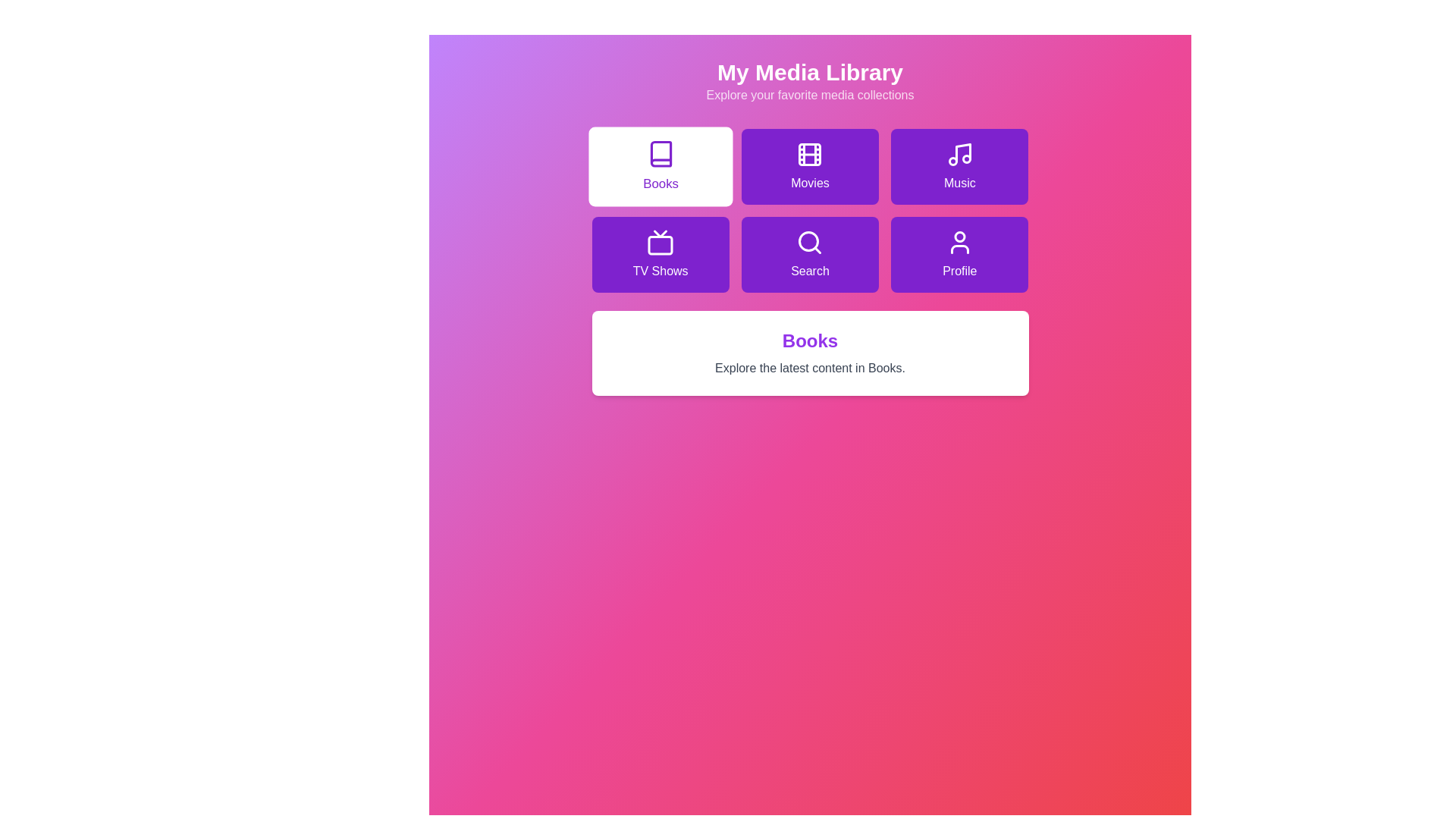 This screenshot has height=819, width=1456. I want to click on the search button located in the bottom row, second column of the grid layout, so click(809, 253).